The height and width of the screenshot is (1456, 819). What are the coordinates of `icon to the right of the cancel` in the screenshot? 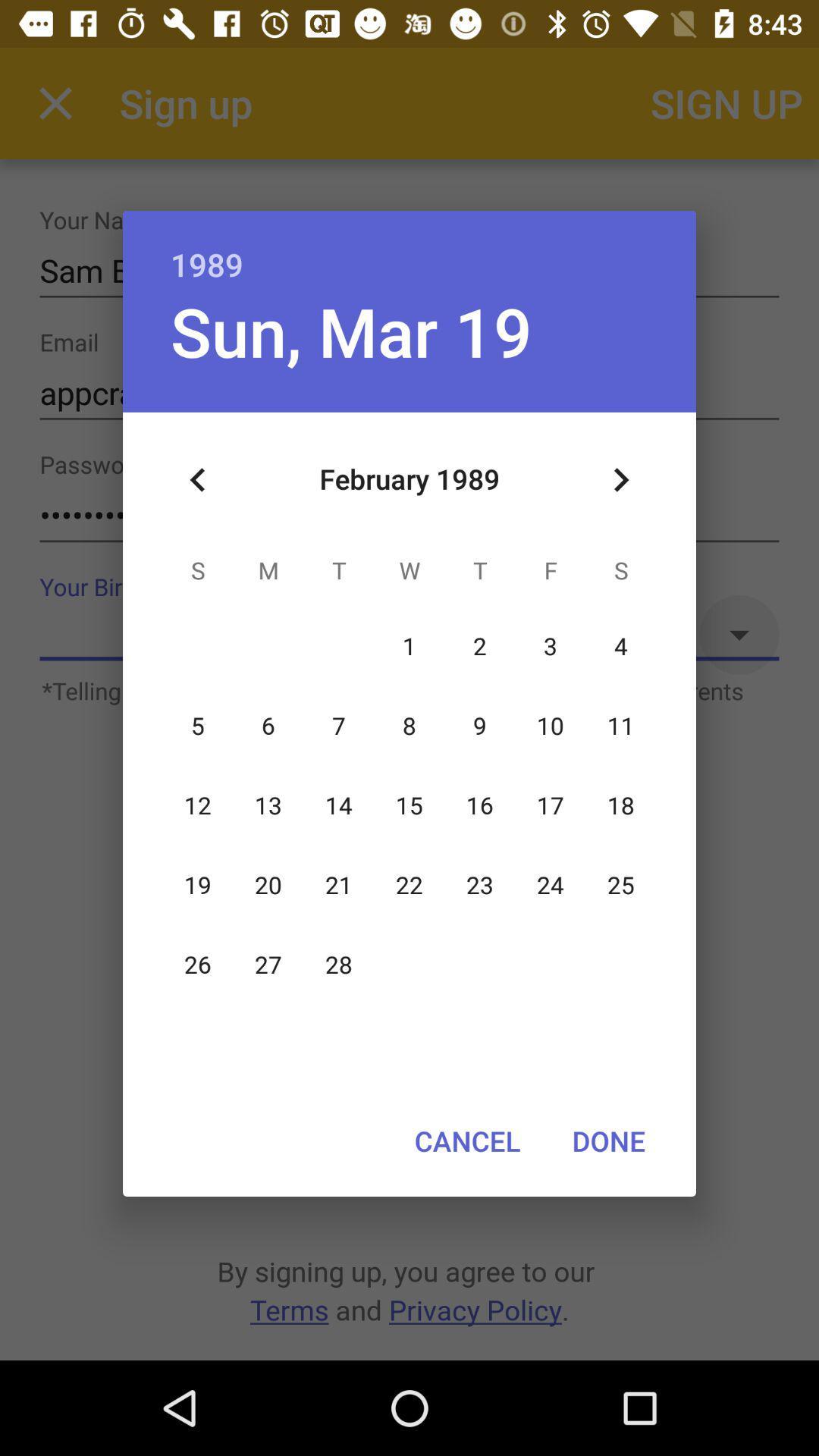 It's located at (607, 1141).